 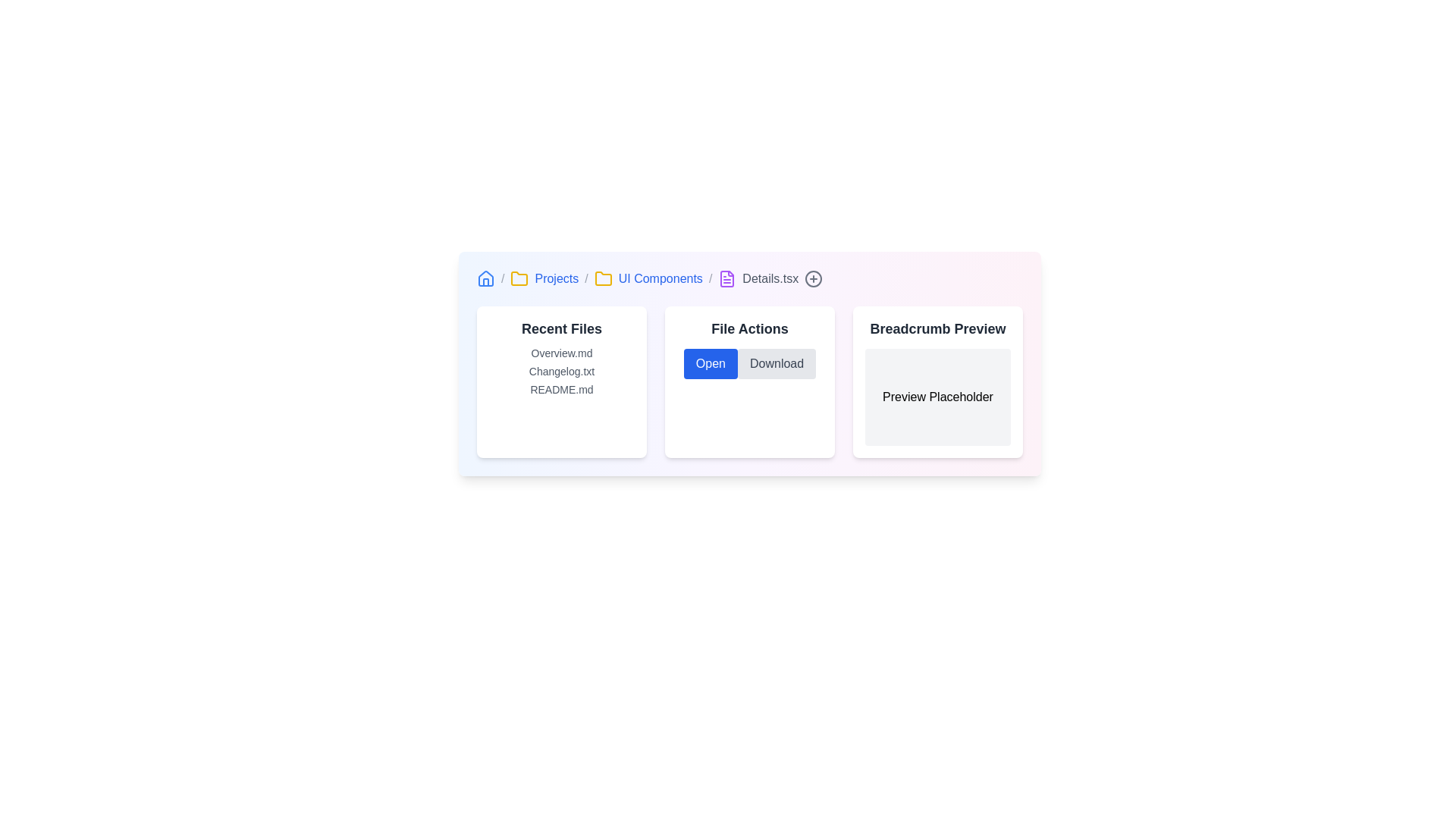 I want to click on the second item in the 'Recent Files' section, which is the link for 'Changelog.txt', to trigger the style change, so click(x=560, y=371).